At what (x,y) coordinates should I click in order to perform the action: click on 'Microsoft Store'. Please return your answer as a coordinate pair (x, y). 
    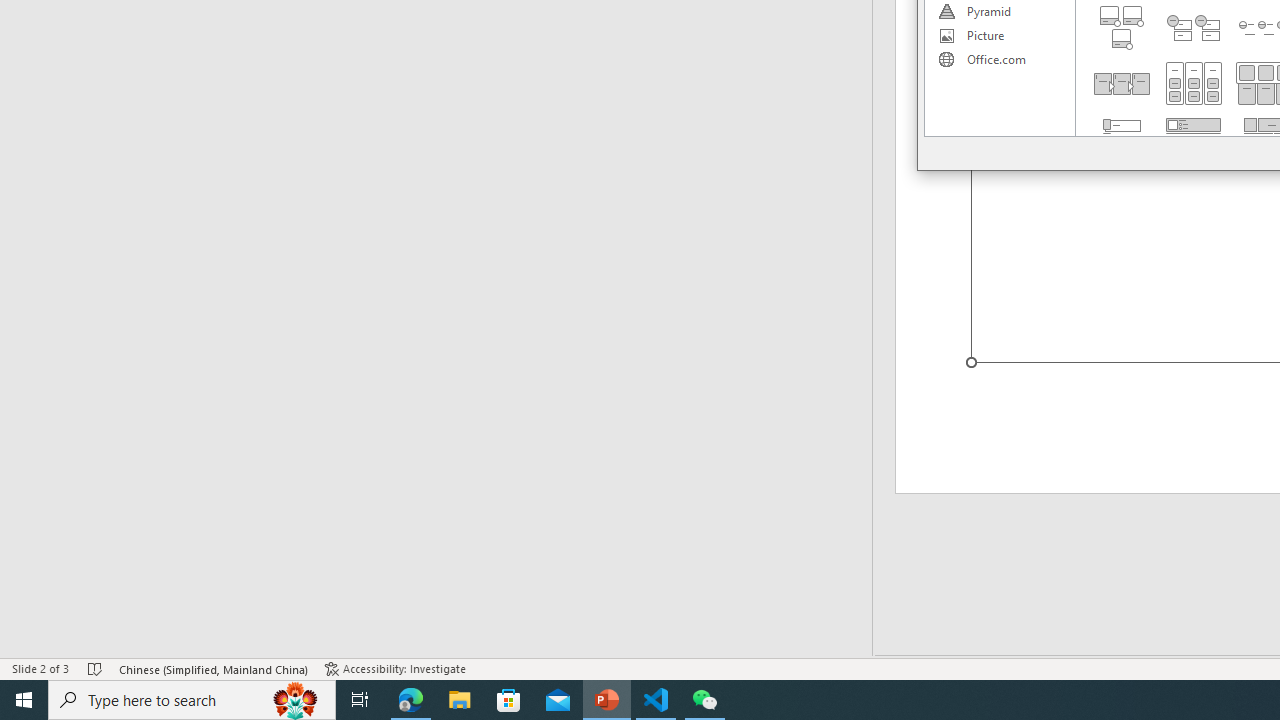
    Looking at the image, I should click on (509, 698).